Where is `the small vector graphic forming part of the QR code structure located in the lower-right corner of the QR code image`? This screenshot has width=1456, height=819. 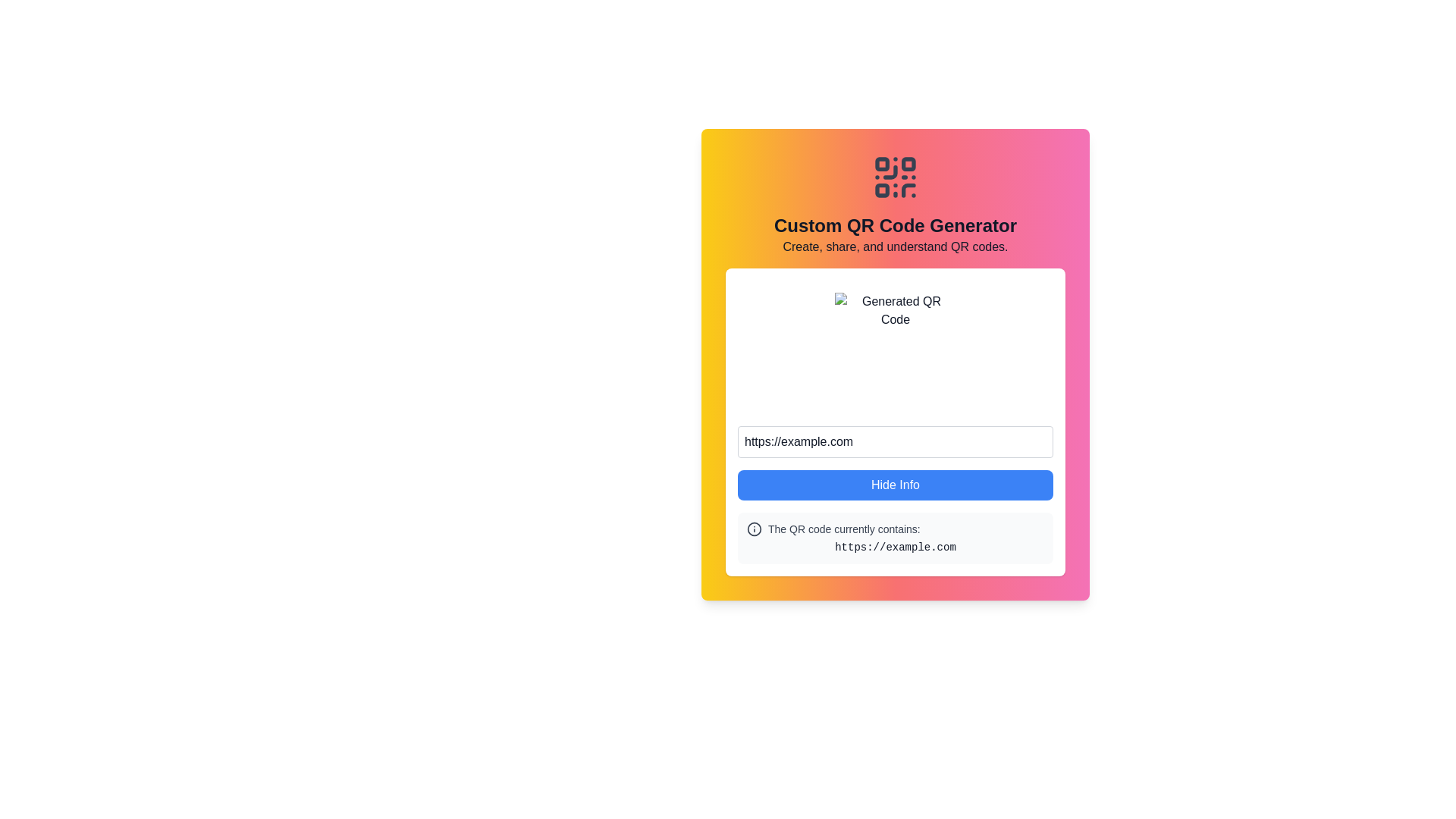 the small vector graphic forming part of the QR code structure located in the lower-right corner of the QR code image is located at coordinates (908, 190).